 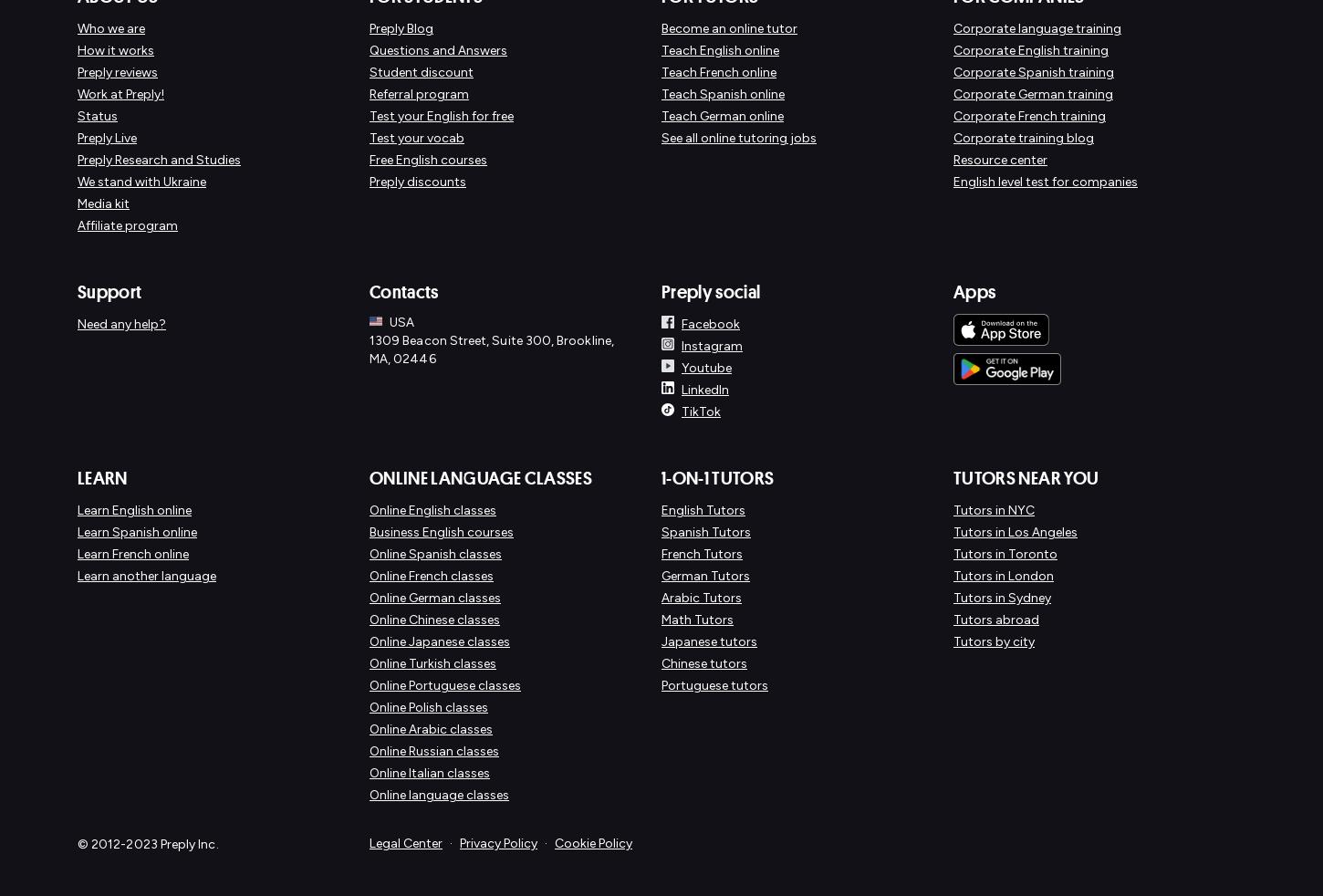 What do you see at coordinates (720, 49) in the screenshot?
I see `'Teach English online'` at bounding box center [720, 49].